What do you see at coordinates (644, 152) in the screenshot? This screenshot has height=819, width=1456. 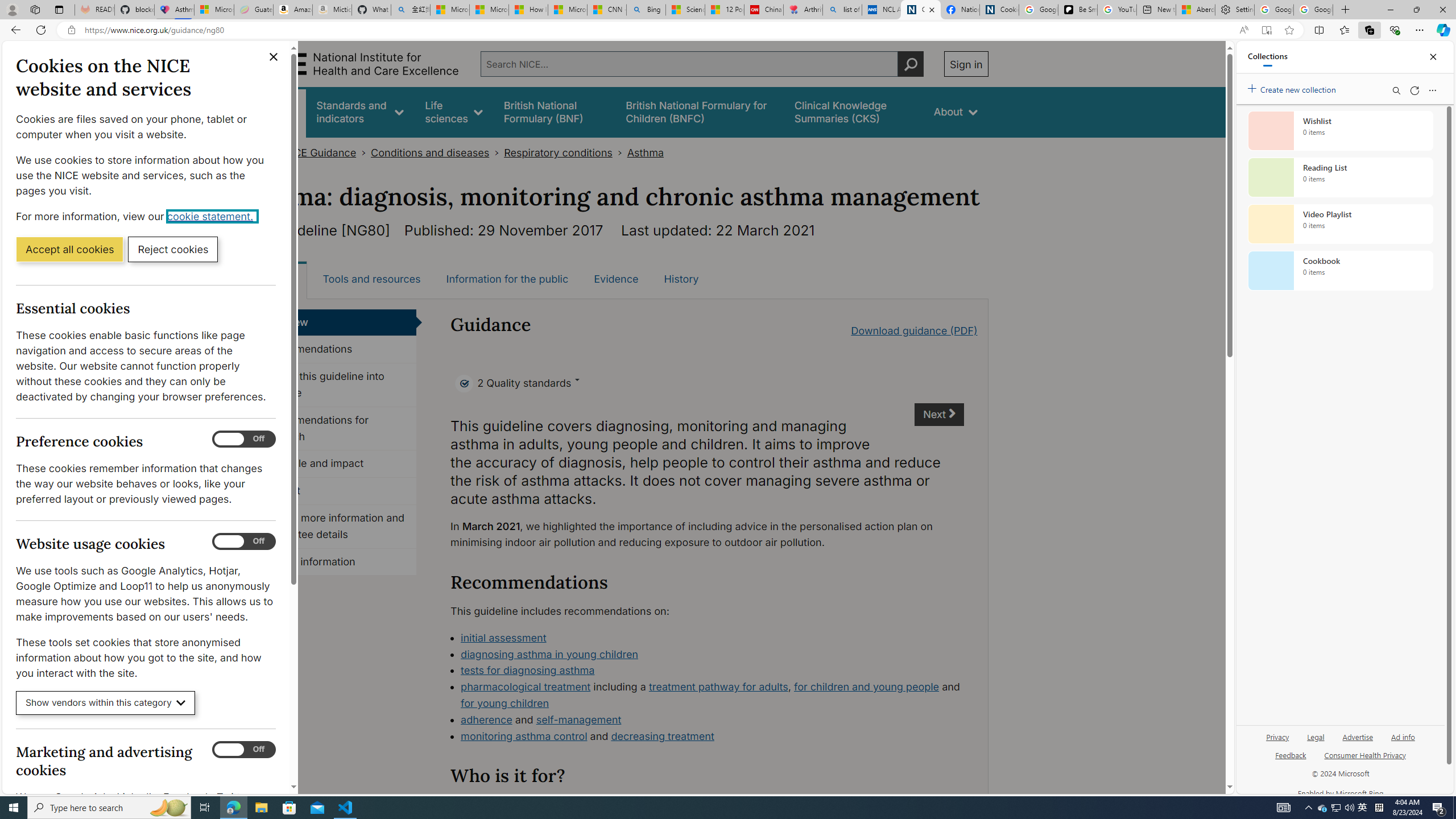 I see `'Asthma'` at bounding box center [644, 152].